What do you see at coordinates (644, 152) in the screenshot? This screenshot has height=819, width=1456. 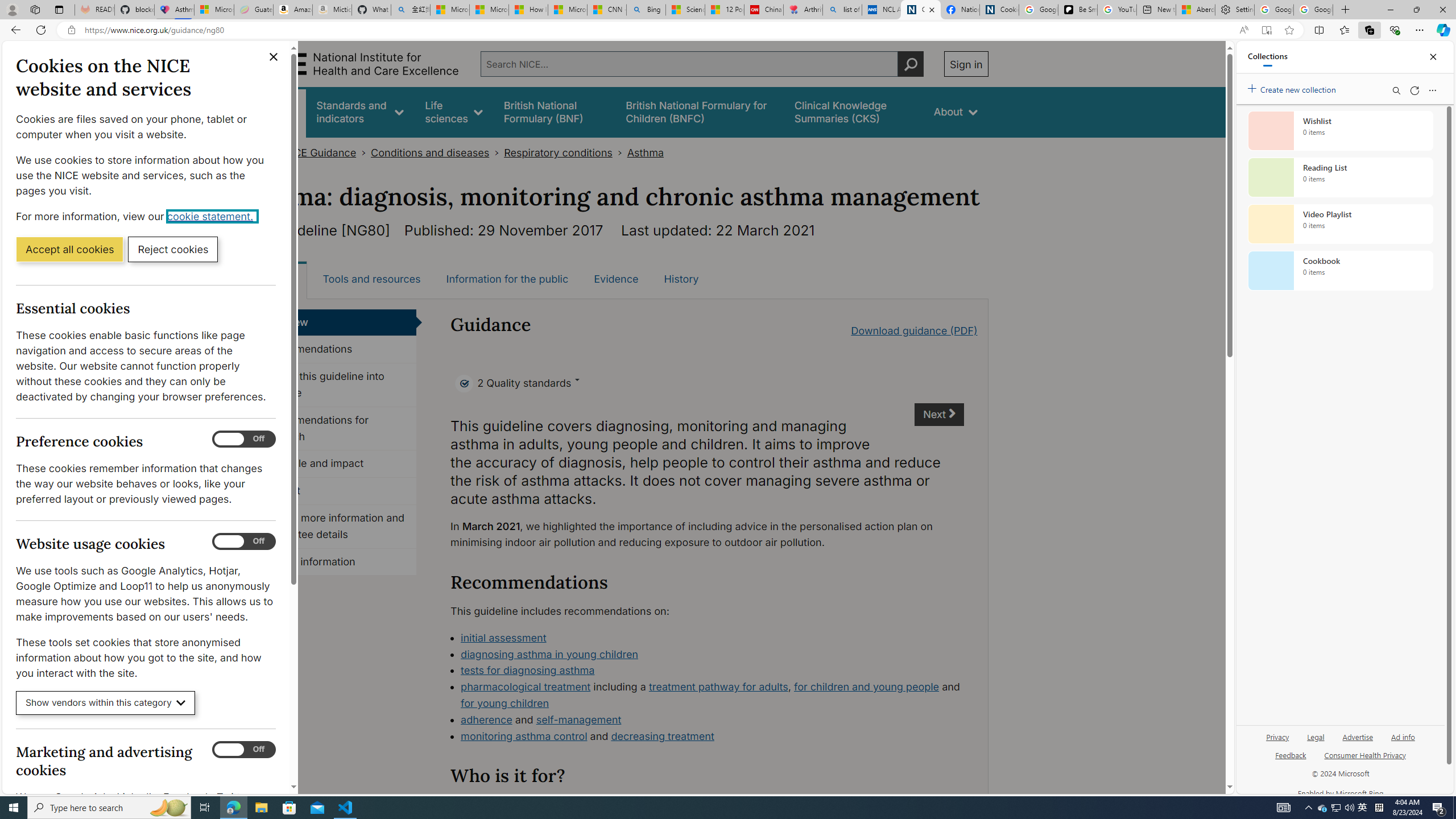 I see `'Asthma'` at bounding box center [644, 152].